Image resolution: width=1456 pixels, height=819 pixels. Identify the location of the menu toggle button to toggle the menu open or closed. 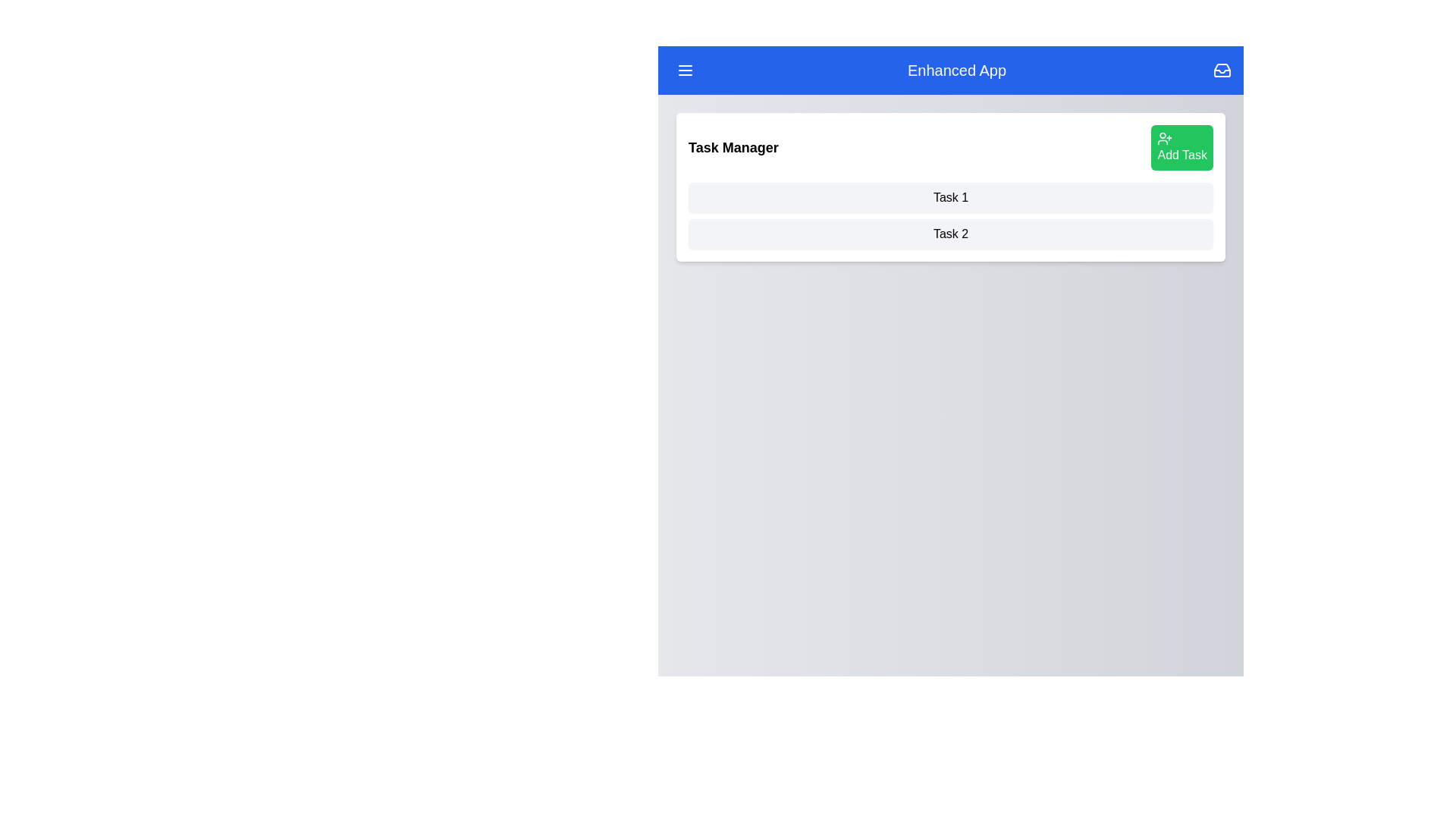
(684, 70).